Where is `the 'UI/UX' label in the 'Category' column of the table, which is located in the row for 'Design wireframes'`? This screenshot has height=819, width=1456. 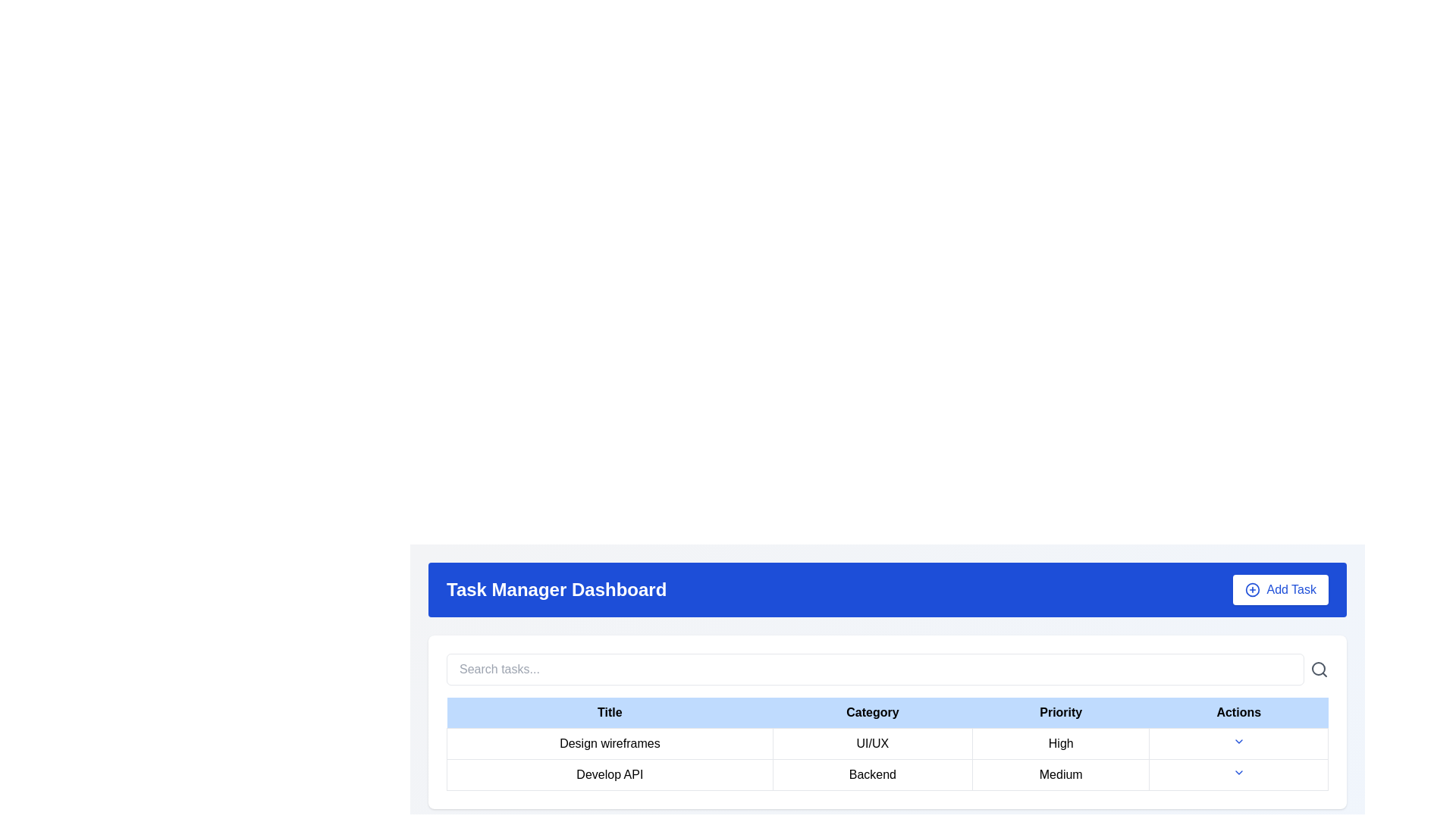 the 'UI/UX' label in the 'Category' column of the table, which is located in the row for 'Design wireframes' is located at coordinates (872, 742).